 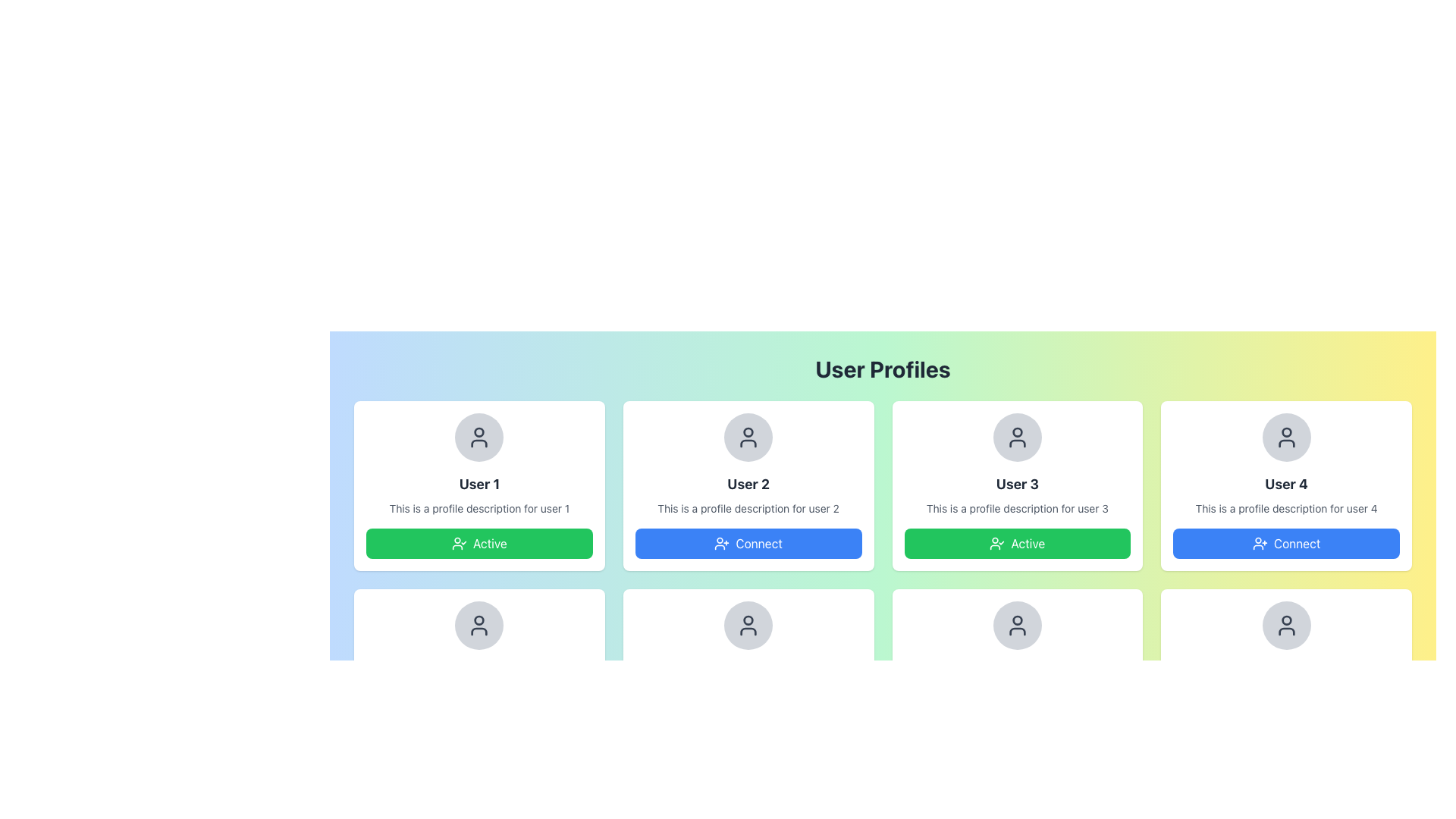 What do you see at coordinates (1285, 438) in the screenshot?
I see `the circular light-gray Avatar placeholder with a user icon, located at the top center of the fourth profile card in the user profile grid` at bounding box center [1285, 438].